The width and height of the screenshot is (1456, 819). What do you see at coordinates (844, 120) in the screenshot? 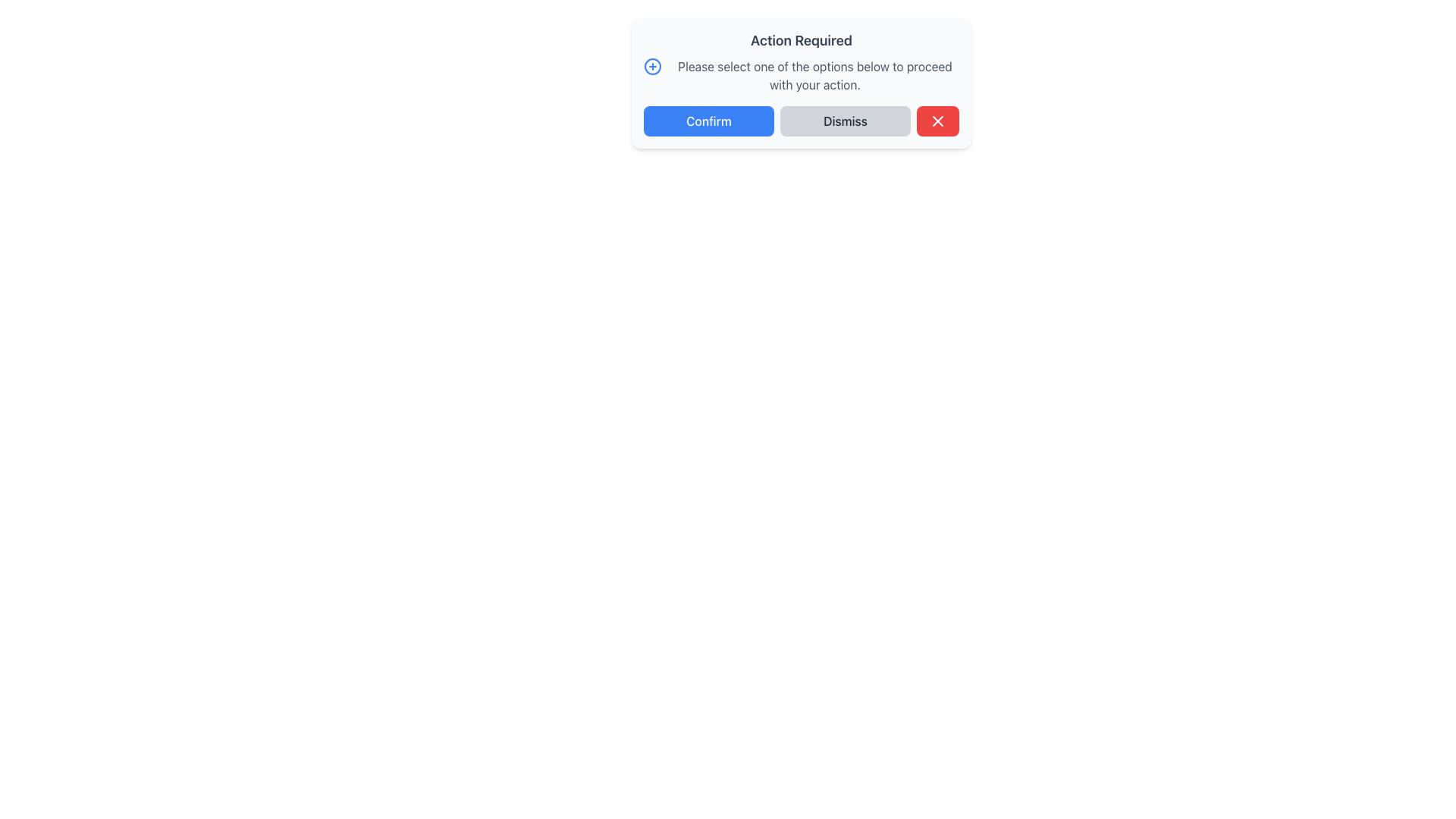
I see `the middle dismiss button in the action button group of the 'Action Required' dialog box to change its background color` at bounding box center [844, 120].